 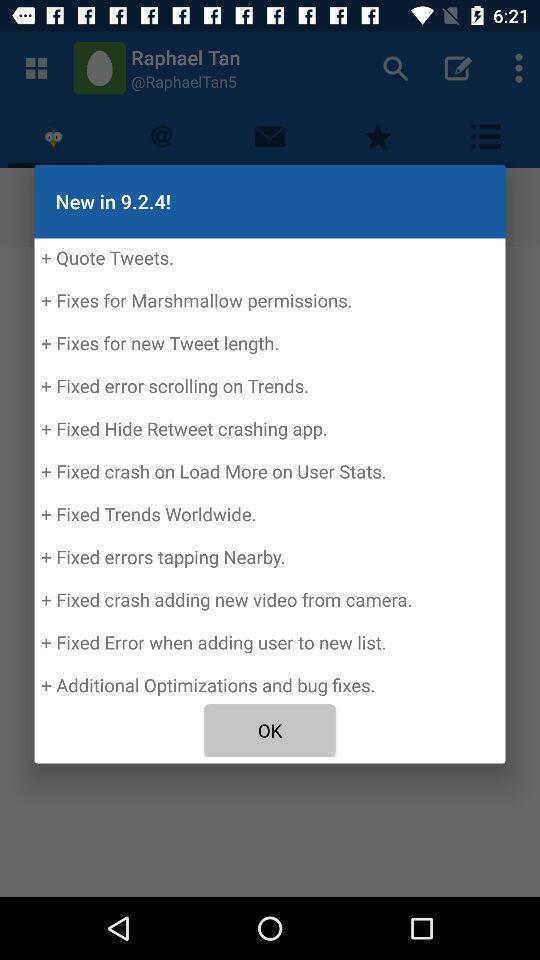 I want to click on the ok icon, so click(x=270, y=729).